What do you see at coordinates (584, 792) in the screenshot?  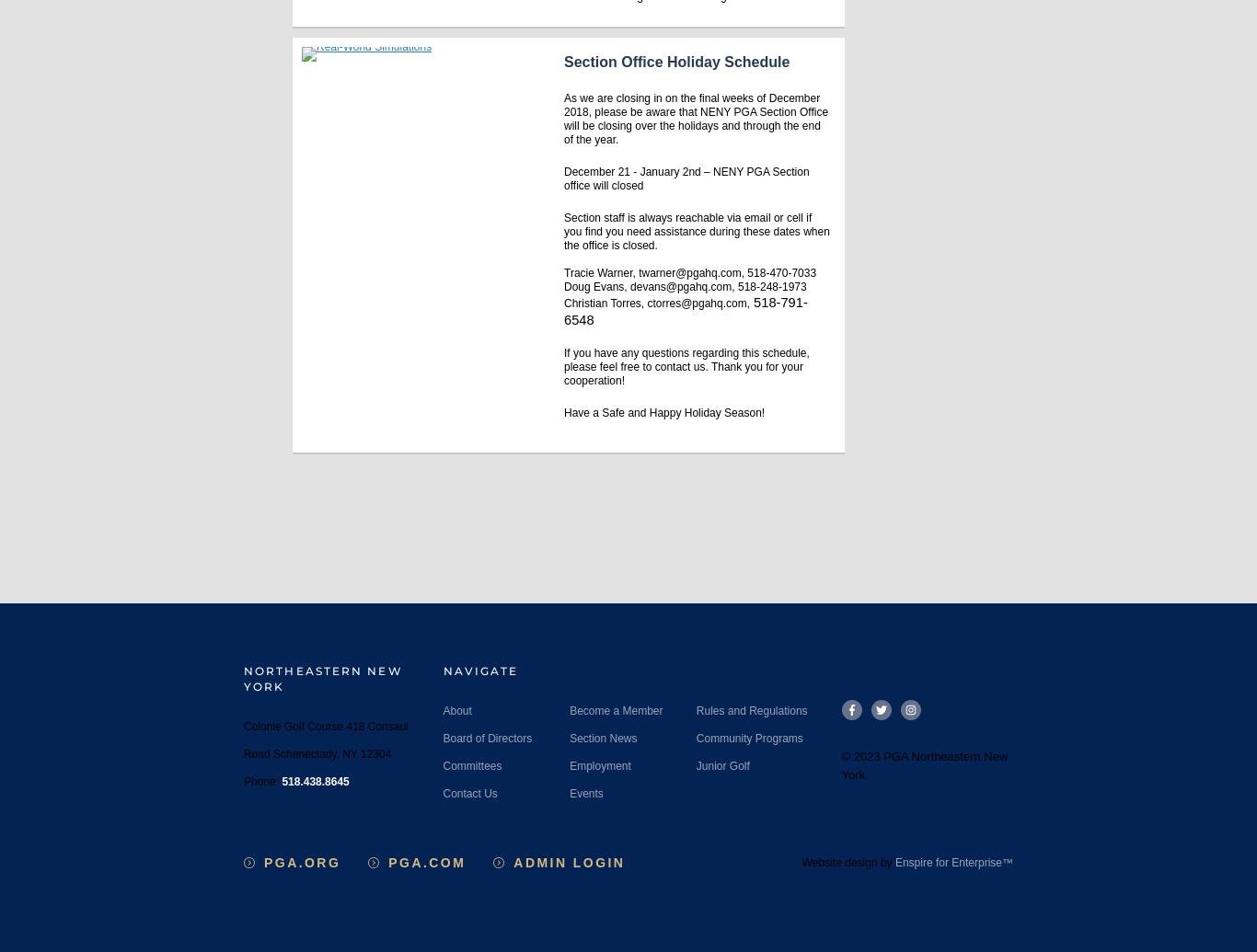 I see `'Events'` at bounding box center [584, 792].